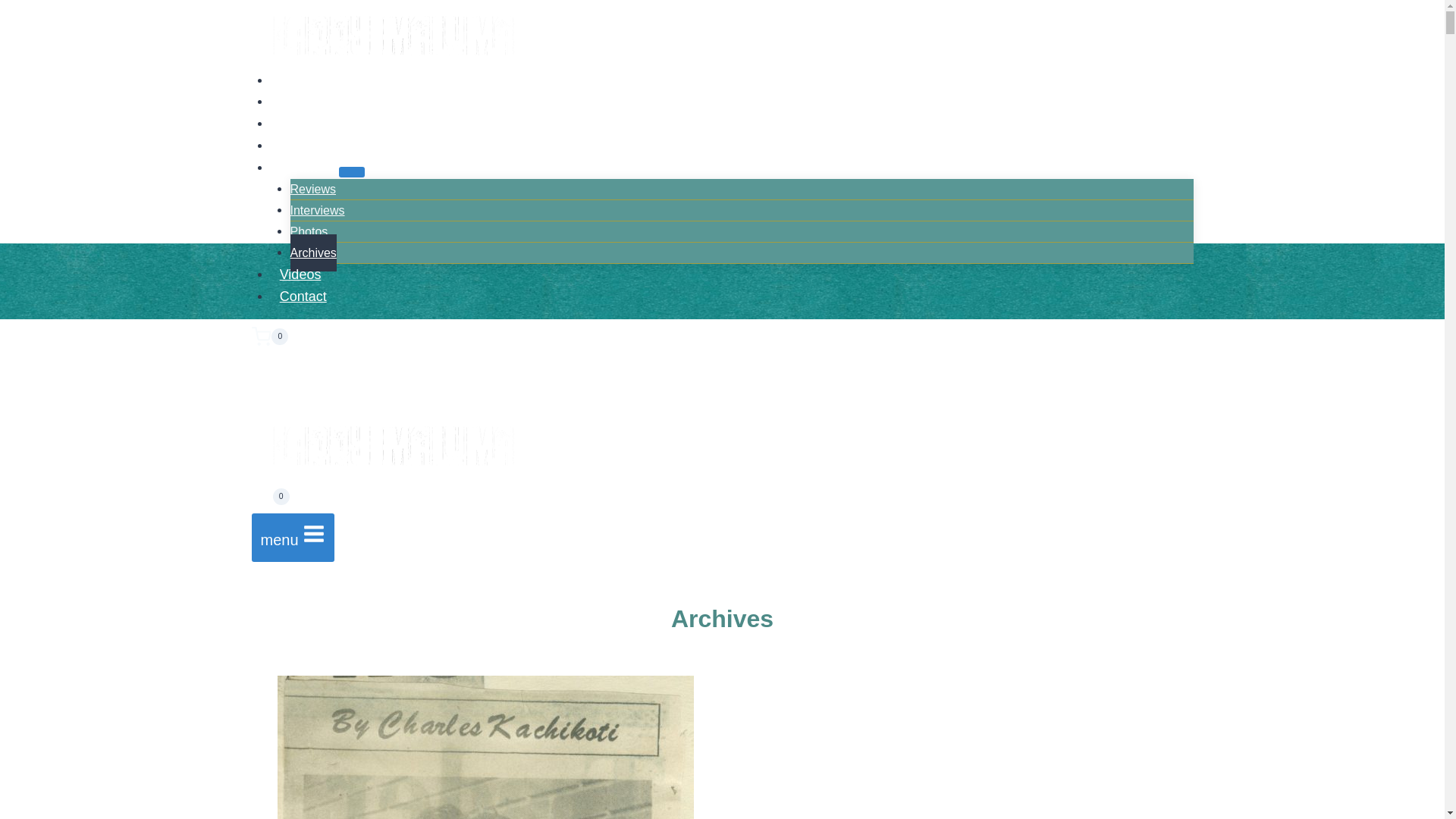 Image resolution: width=1456 pixels, height=819 pixels. Describe the element at coordinates (293, 537) in the screenshot. I see `'menu'` at that location.